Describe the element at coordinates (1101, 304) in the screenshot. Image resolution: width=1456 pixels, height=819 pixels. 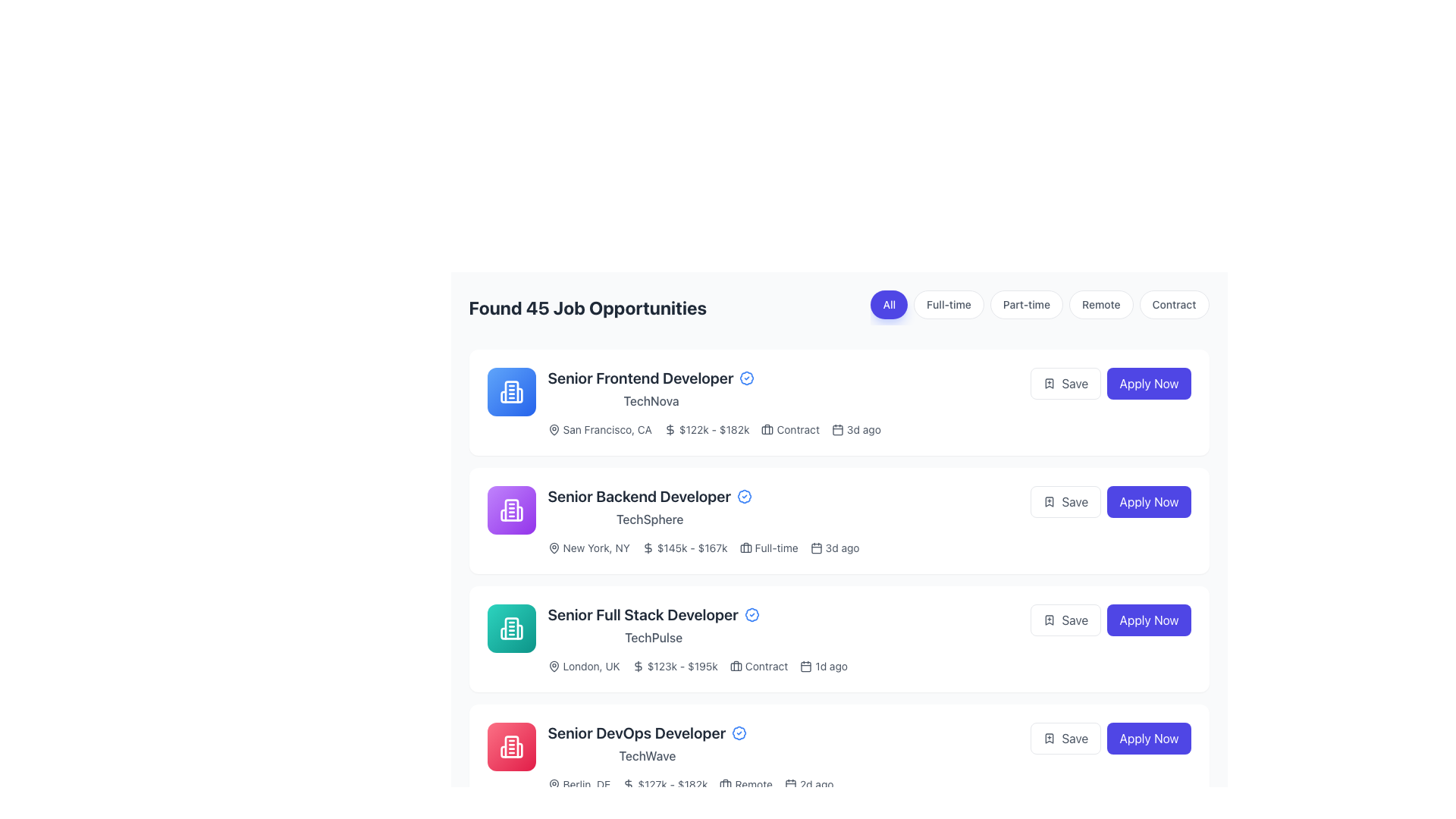
I see `the 'Remote' button, the fourth button in the row of job filters` at that location.